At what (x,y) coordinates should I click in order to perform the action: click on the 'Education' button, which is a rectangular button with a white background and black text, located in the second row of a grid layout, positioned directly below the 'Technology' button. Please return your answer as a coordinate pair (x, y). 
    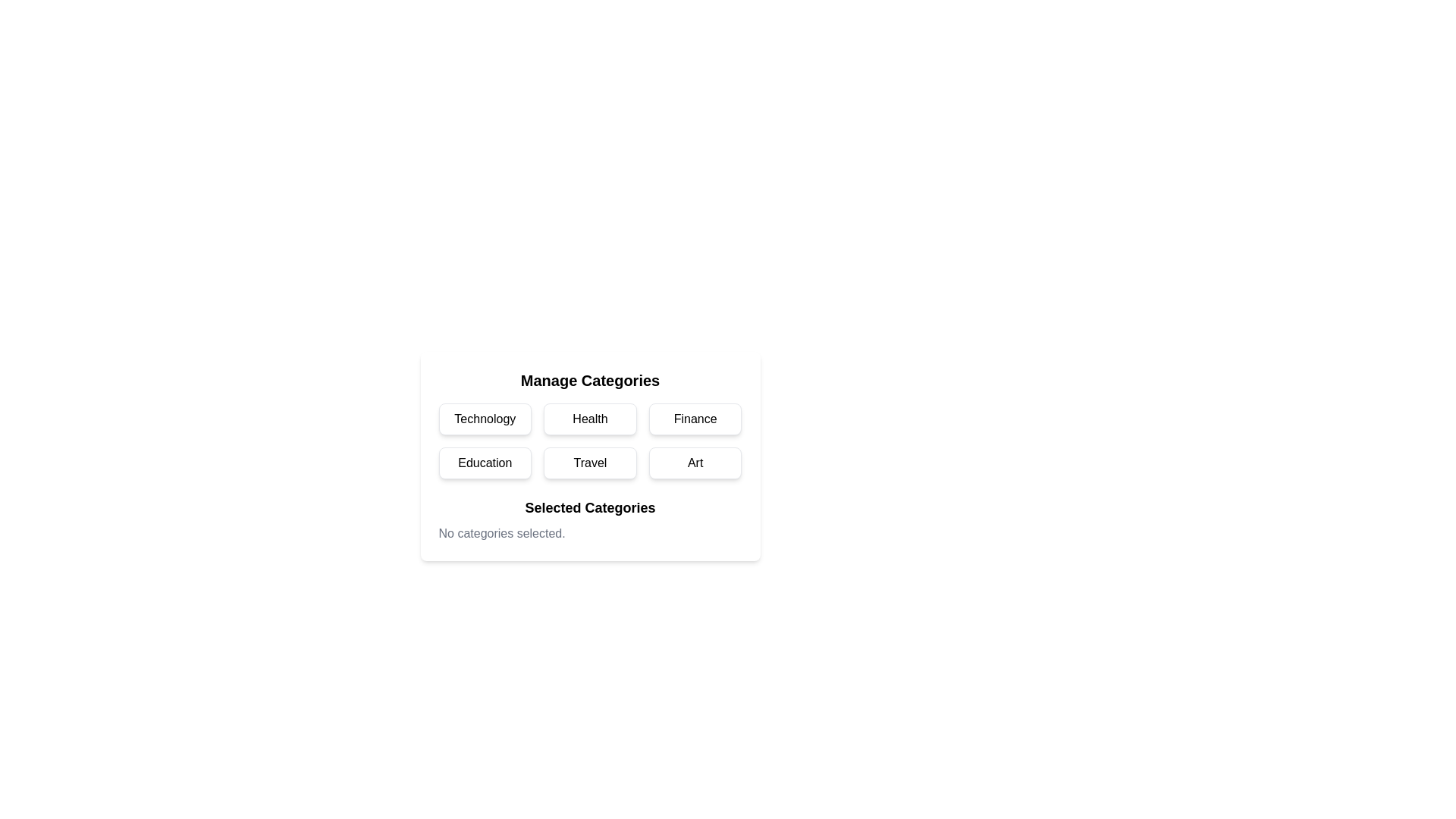
    Looking at the image, I should click on (484, 462).